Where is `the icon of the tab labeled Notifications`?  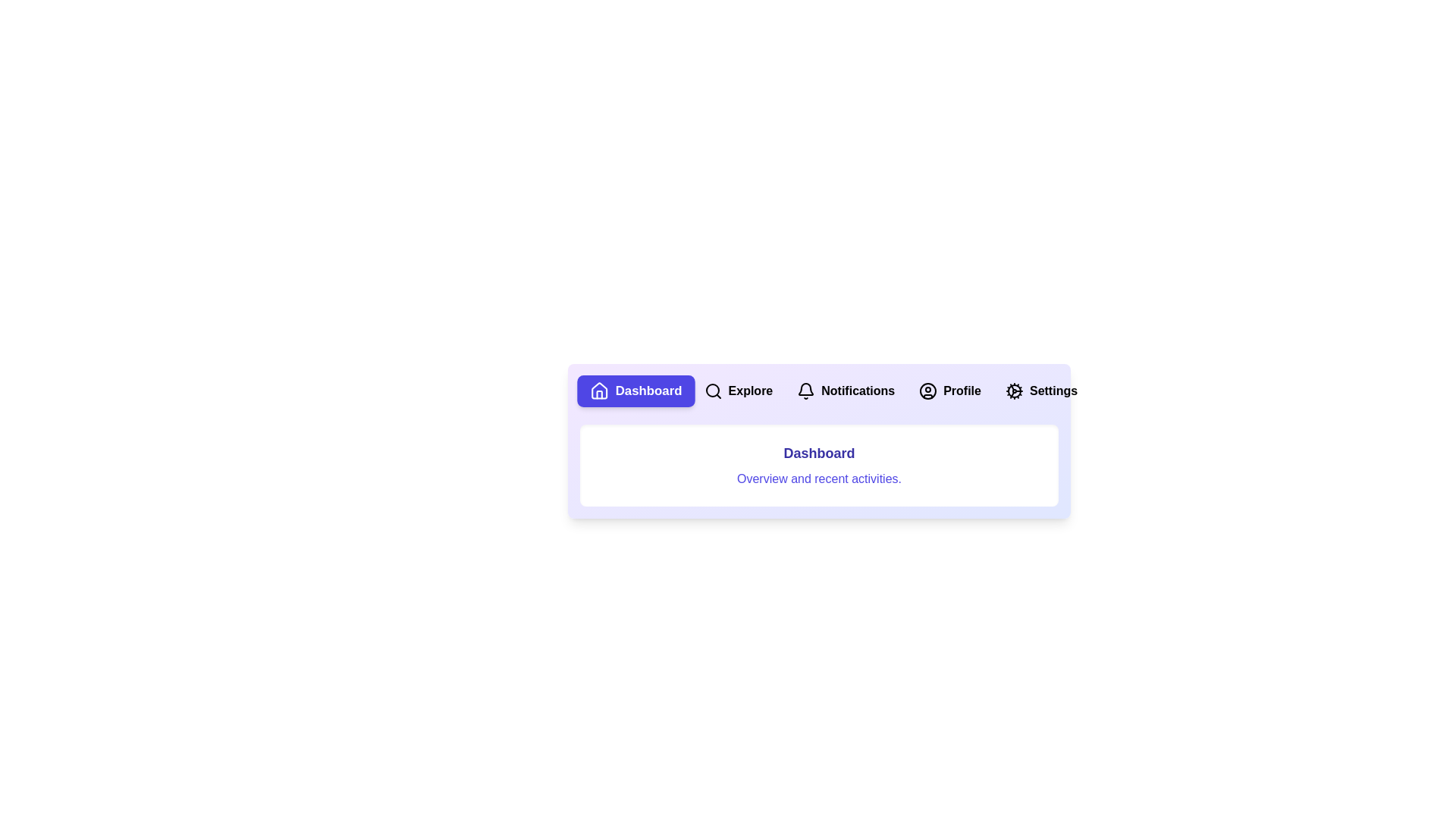
the icon of the tab labeled Notifications is located at coordinates (805, 391).